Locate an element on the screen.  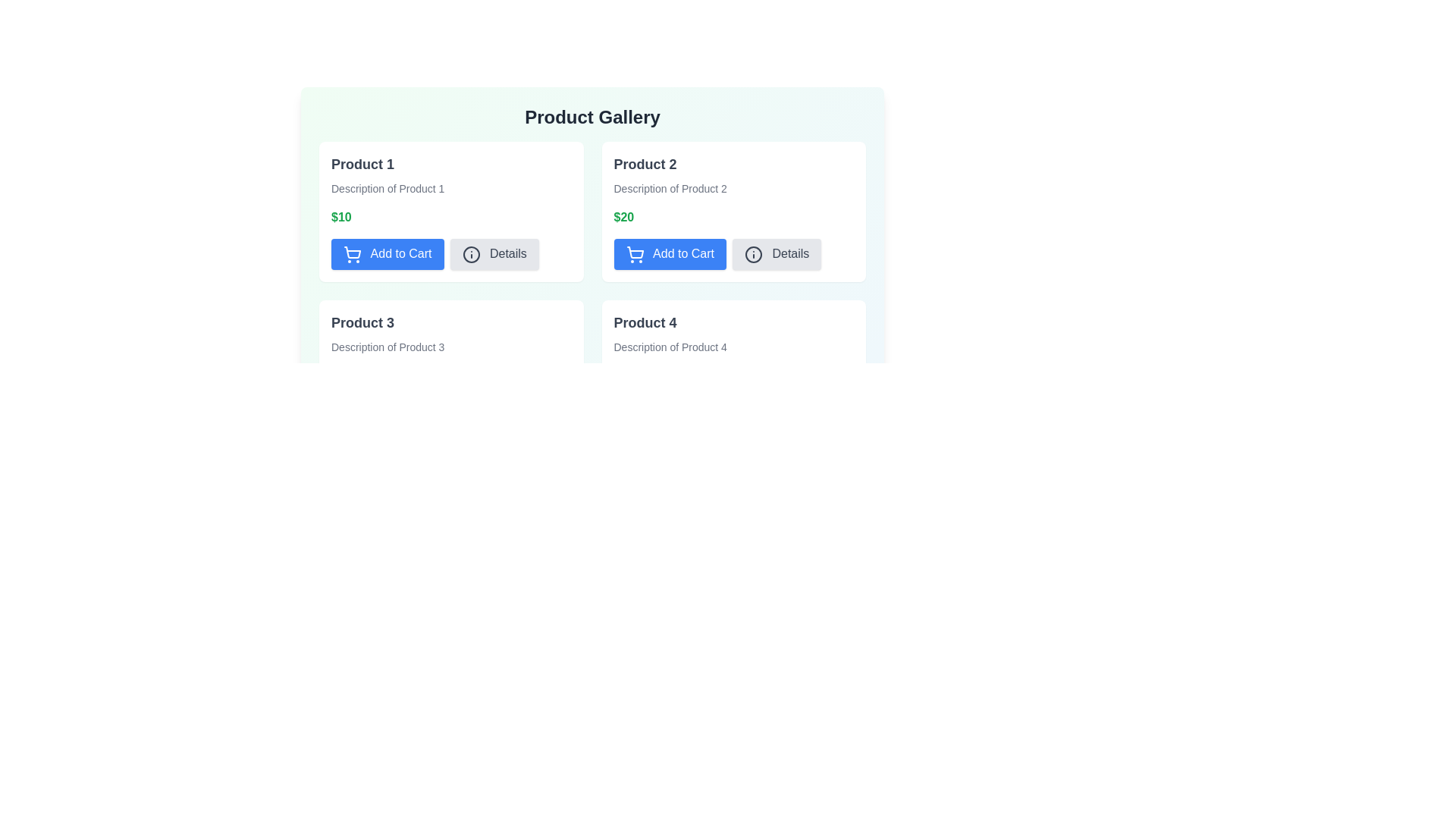
the 'Add to Cart' button for 'Product 2' located in the 'Product 2' card, positioned below the product title, description, and price is located at coordinates (717, 253).